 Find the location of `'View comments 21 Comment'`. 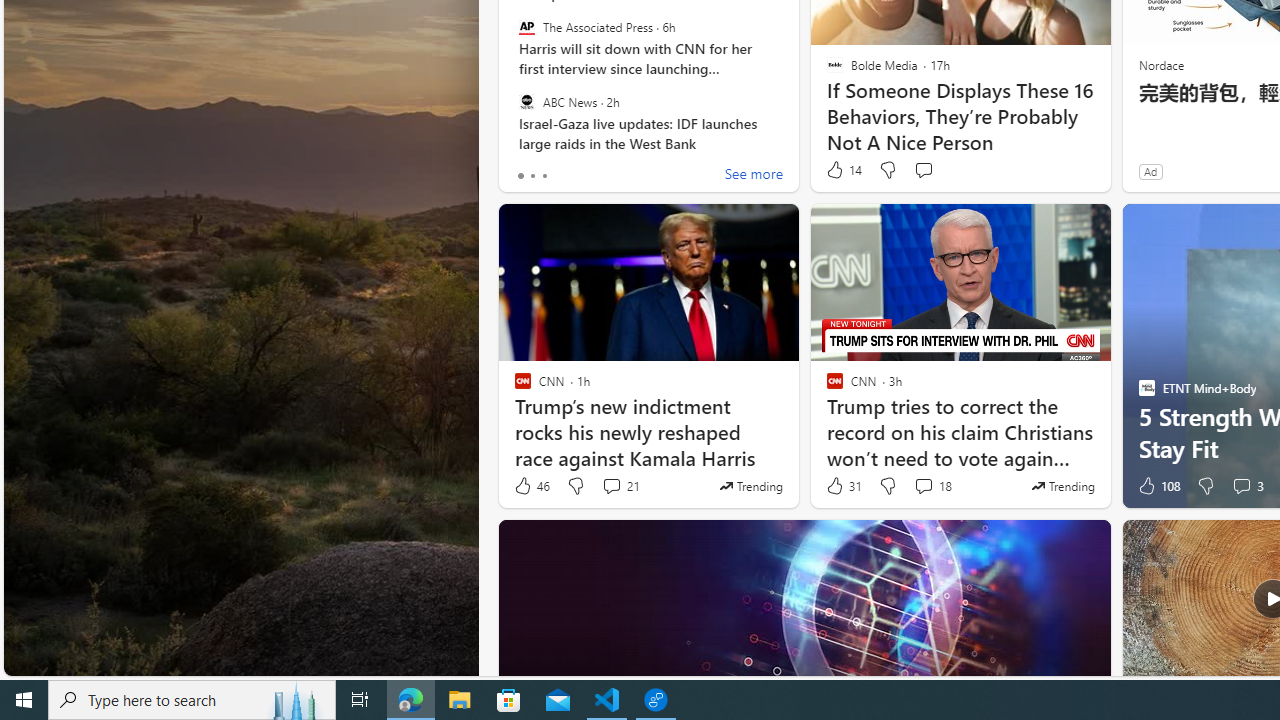

'View comments 21 Comment' is located at coordinates (619, 486).